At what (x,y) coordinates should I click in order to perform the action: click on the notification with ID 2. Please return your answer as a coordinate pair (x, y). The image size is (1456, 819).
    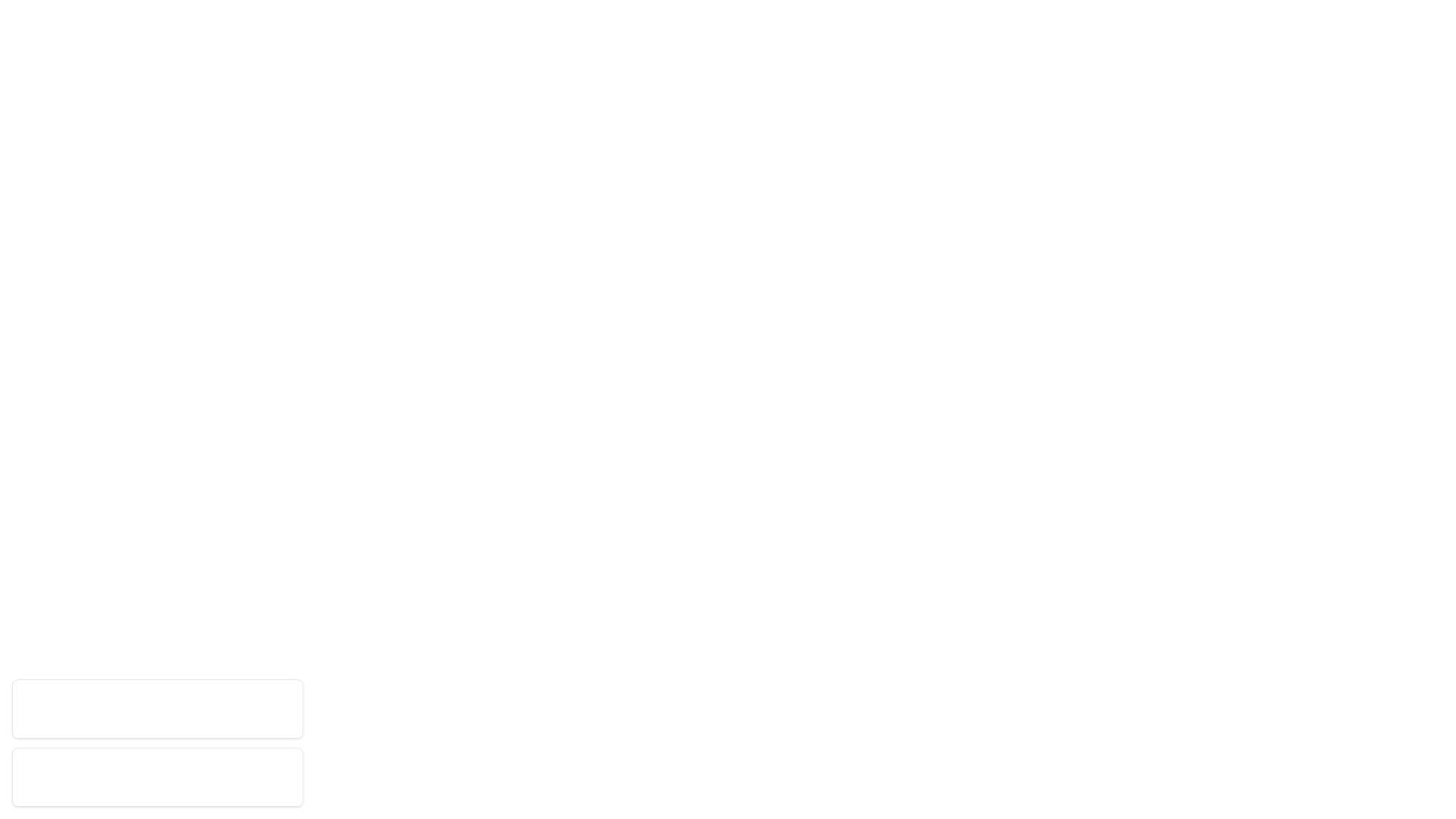
    Looking at the image, I should click on (157, 777).